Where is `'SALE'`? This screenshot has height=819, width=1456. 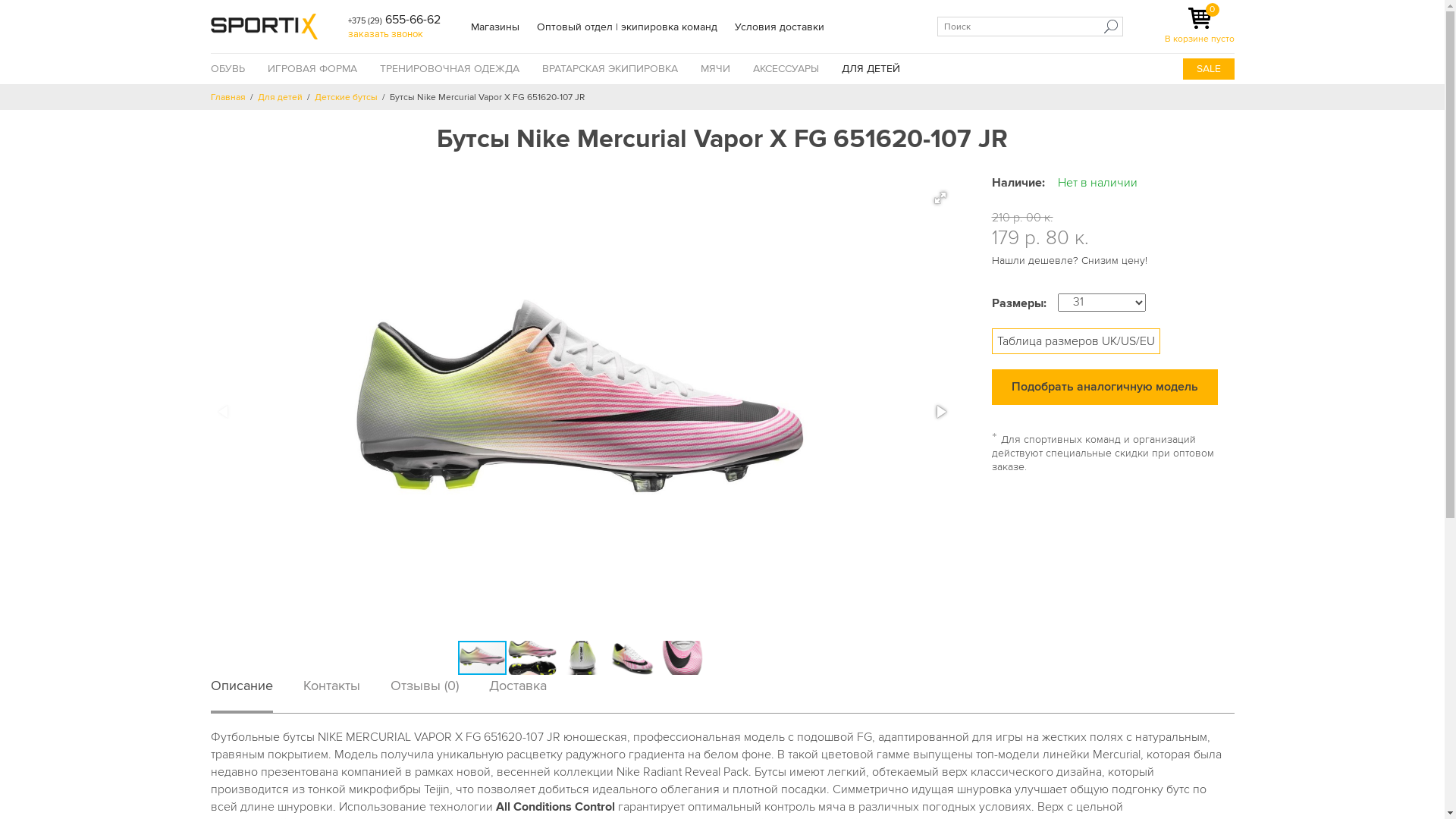 'SALE' is located at coordinates (1182, 67).